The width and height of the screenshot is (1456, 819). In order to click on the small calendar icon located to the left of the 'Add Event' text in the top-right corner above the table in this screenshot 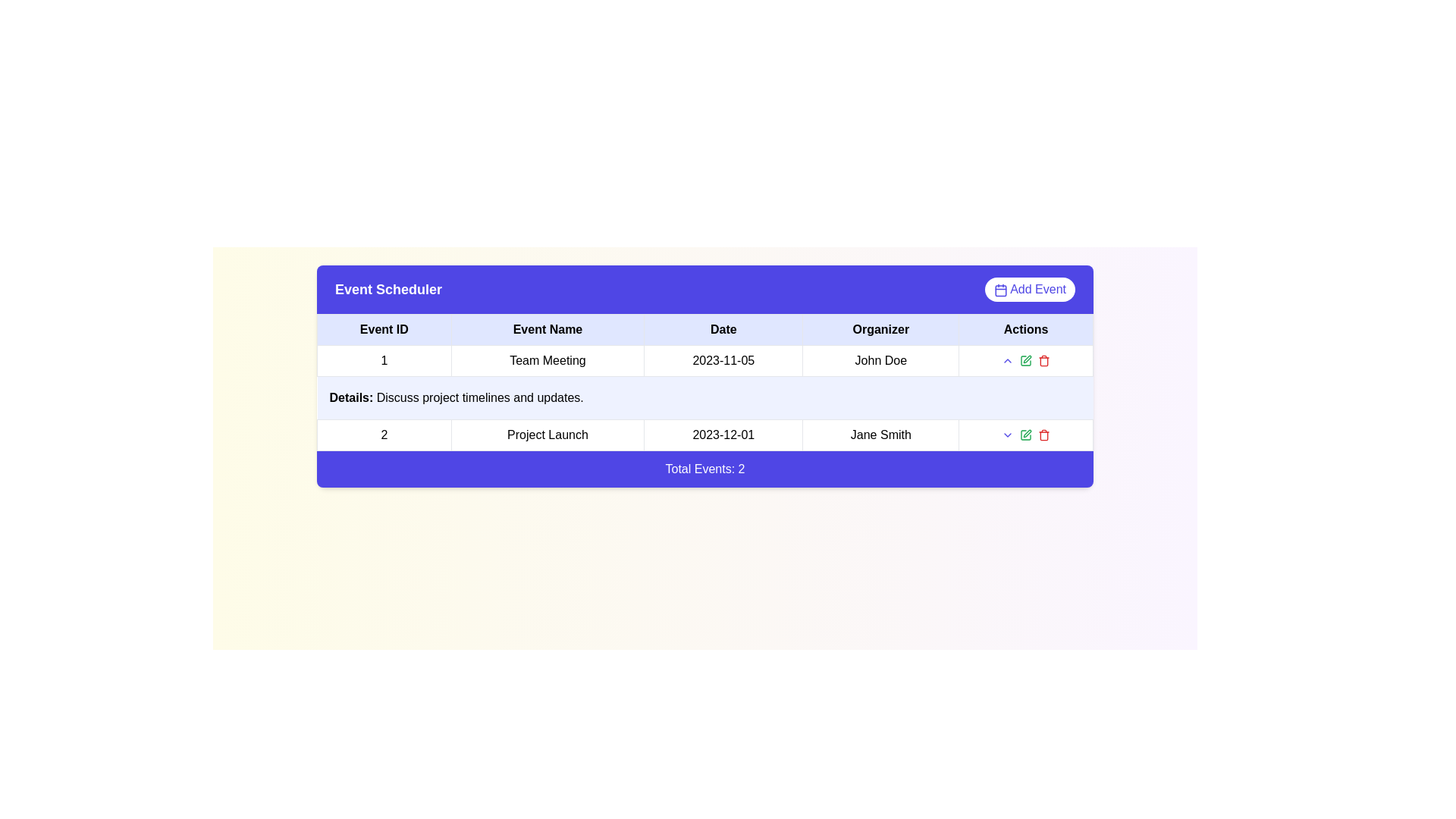, I will do `click(1000, 290)`.